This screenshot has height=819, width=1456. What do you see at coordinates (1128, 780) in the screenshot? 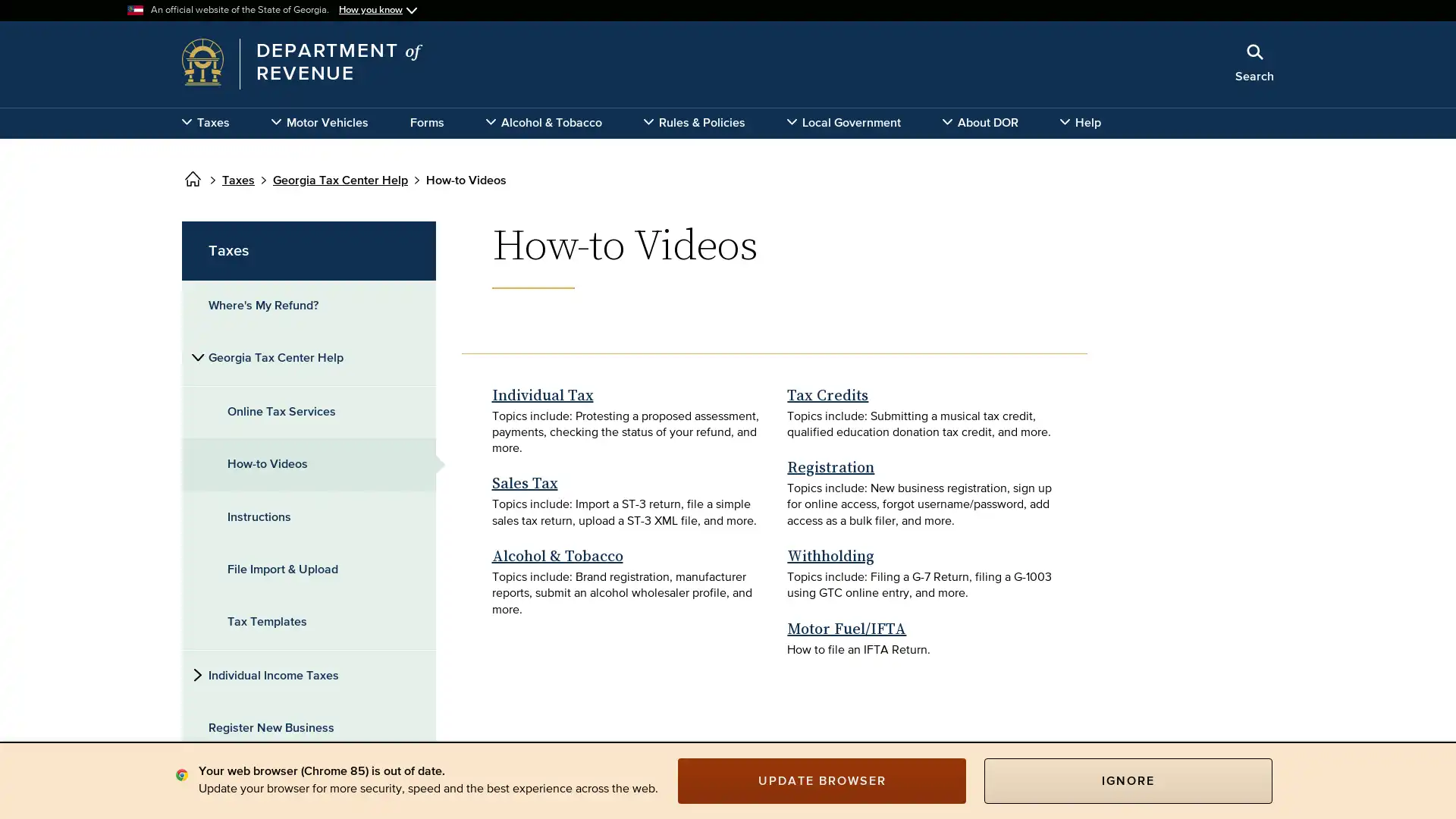
I see `IGNORE` at bounding box center [1128, 780].